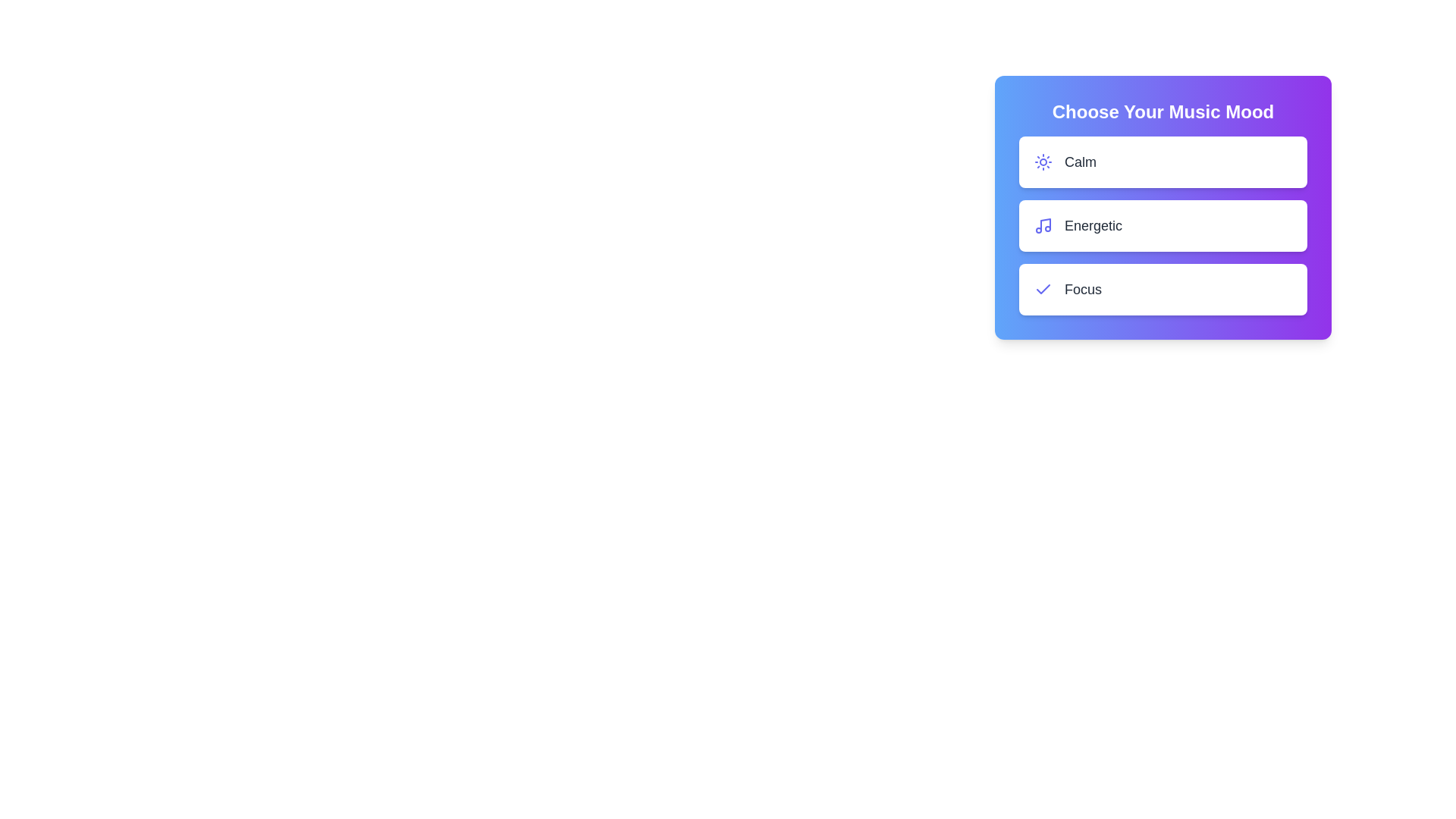  What do you see at coordinates (1163, 225) in the screenshot?
I see `the 'Energetic' button, which is the second button in a vertical list of three buttons within a gradient-colored card titled 'Choose Your Music Mood'` at bounding box center [1163, 225].